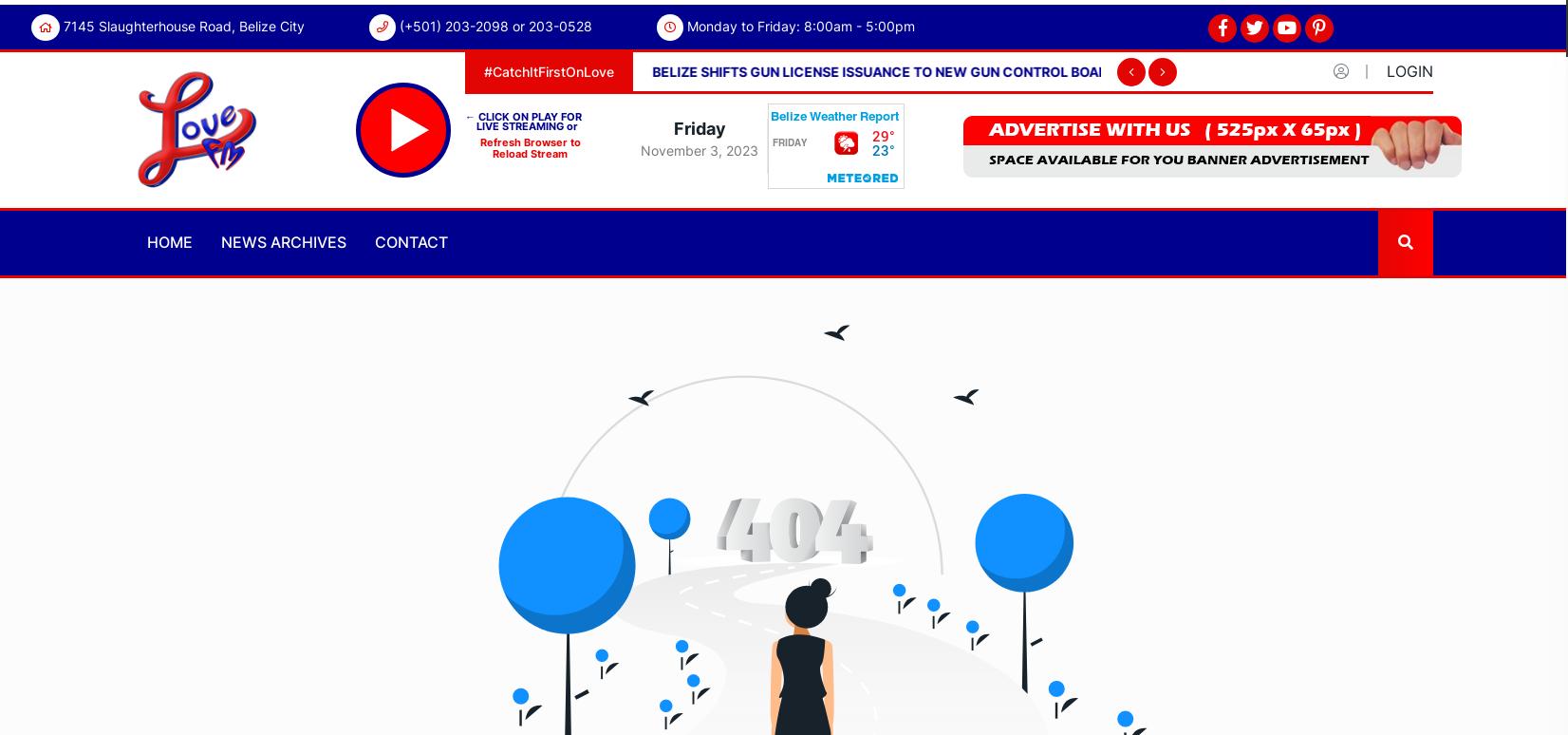 Image resolution: width=1568 pixels, height=735 pixels. What do you see at coordinates (183, 26) in the screenshot?
I see `'7145 Slaughterhouse Road, Belize City'` at bounding box center [183, 26].